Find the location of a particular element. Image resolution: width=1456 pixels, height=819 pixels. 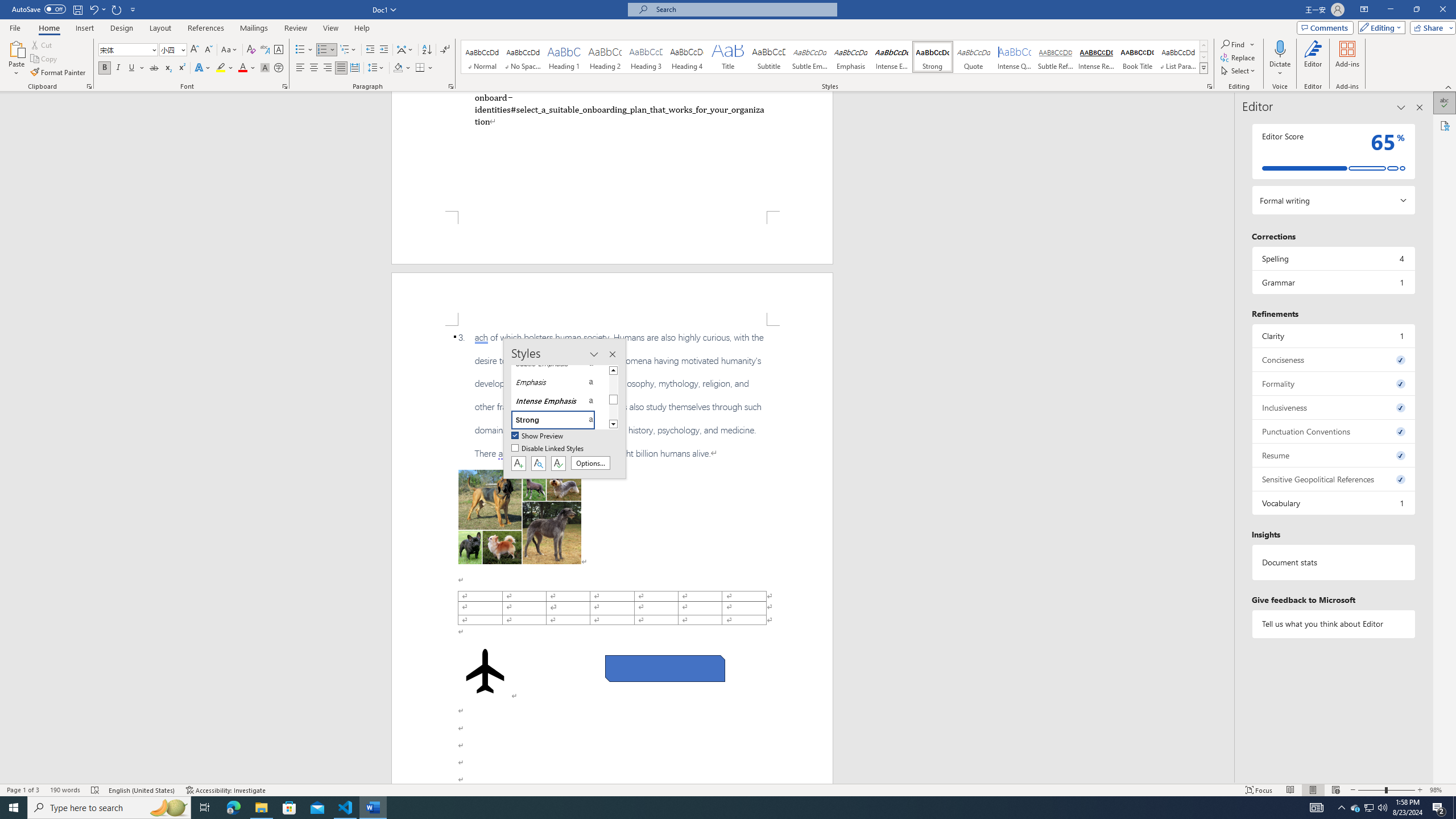

'Grammar, 1 issue. Press space or enter to review items.' is located at coordinates (1333, 282).